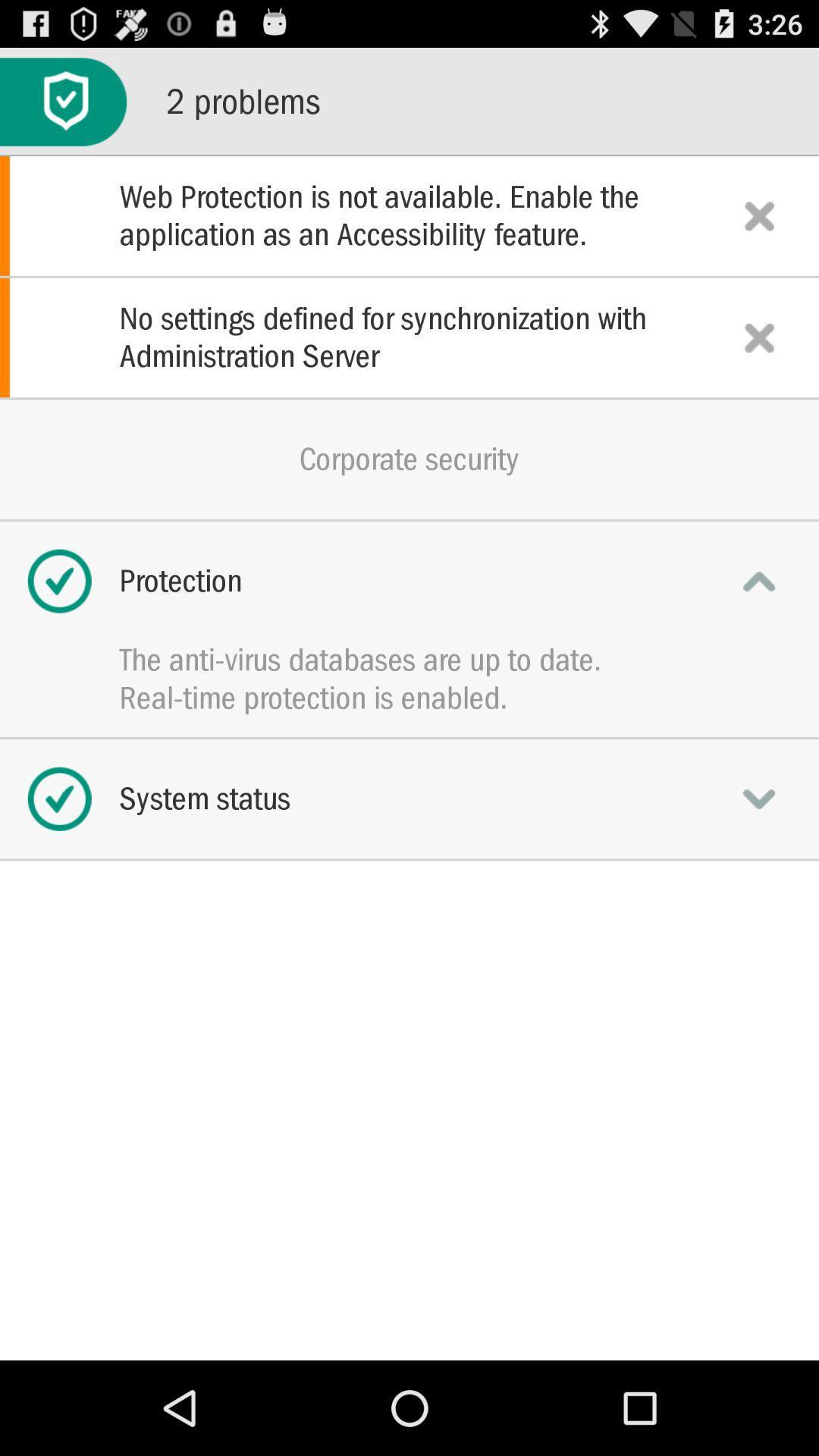 The width and height of the screenshot is (819, 1456). I want to click on the down arrow button at bottom right, so click(759, 799).